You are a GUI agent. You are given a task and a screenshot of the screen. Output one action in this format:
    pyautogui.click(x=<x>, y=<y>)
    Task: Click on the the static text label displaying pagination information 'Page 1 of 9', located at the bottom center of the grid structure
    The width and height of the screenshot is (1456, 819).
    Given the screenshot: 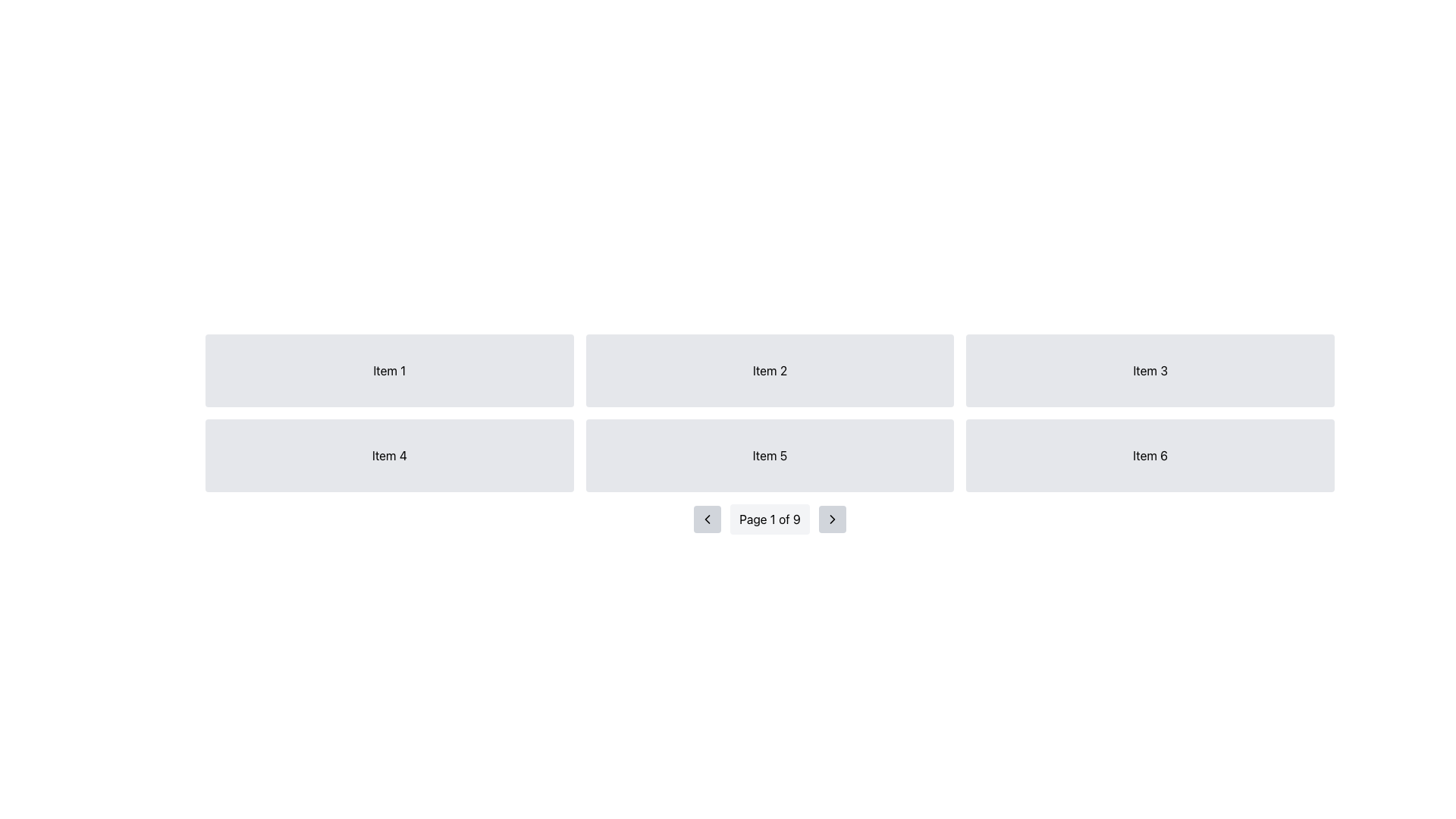 What is the action you would take?
    pyautogui.click(x=770, y=519)
    